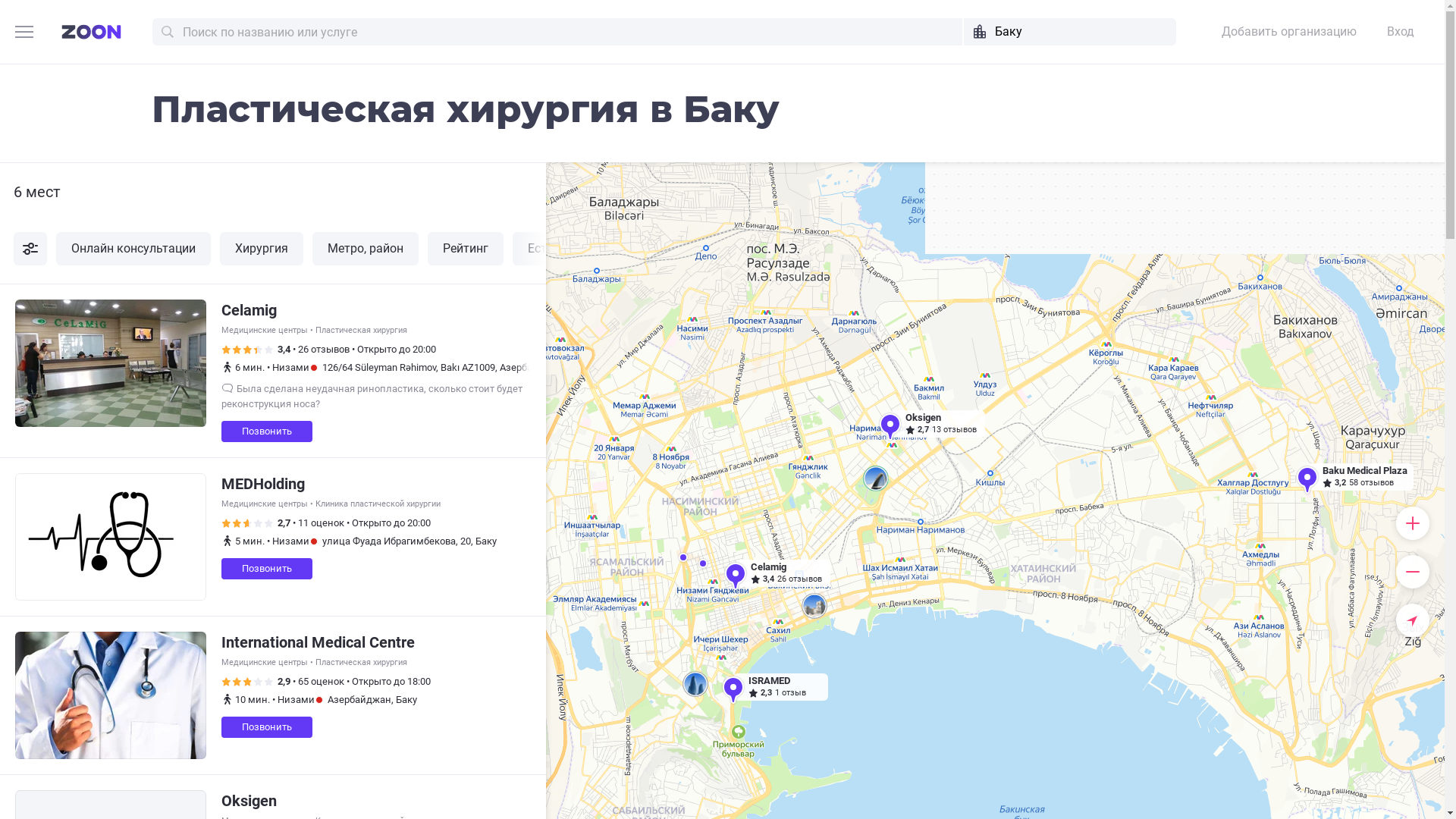  What do you see at coordinates (262, 483) in the screenshot?
I see `'MEDHolding'` at bounding box center [262, 483].